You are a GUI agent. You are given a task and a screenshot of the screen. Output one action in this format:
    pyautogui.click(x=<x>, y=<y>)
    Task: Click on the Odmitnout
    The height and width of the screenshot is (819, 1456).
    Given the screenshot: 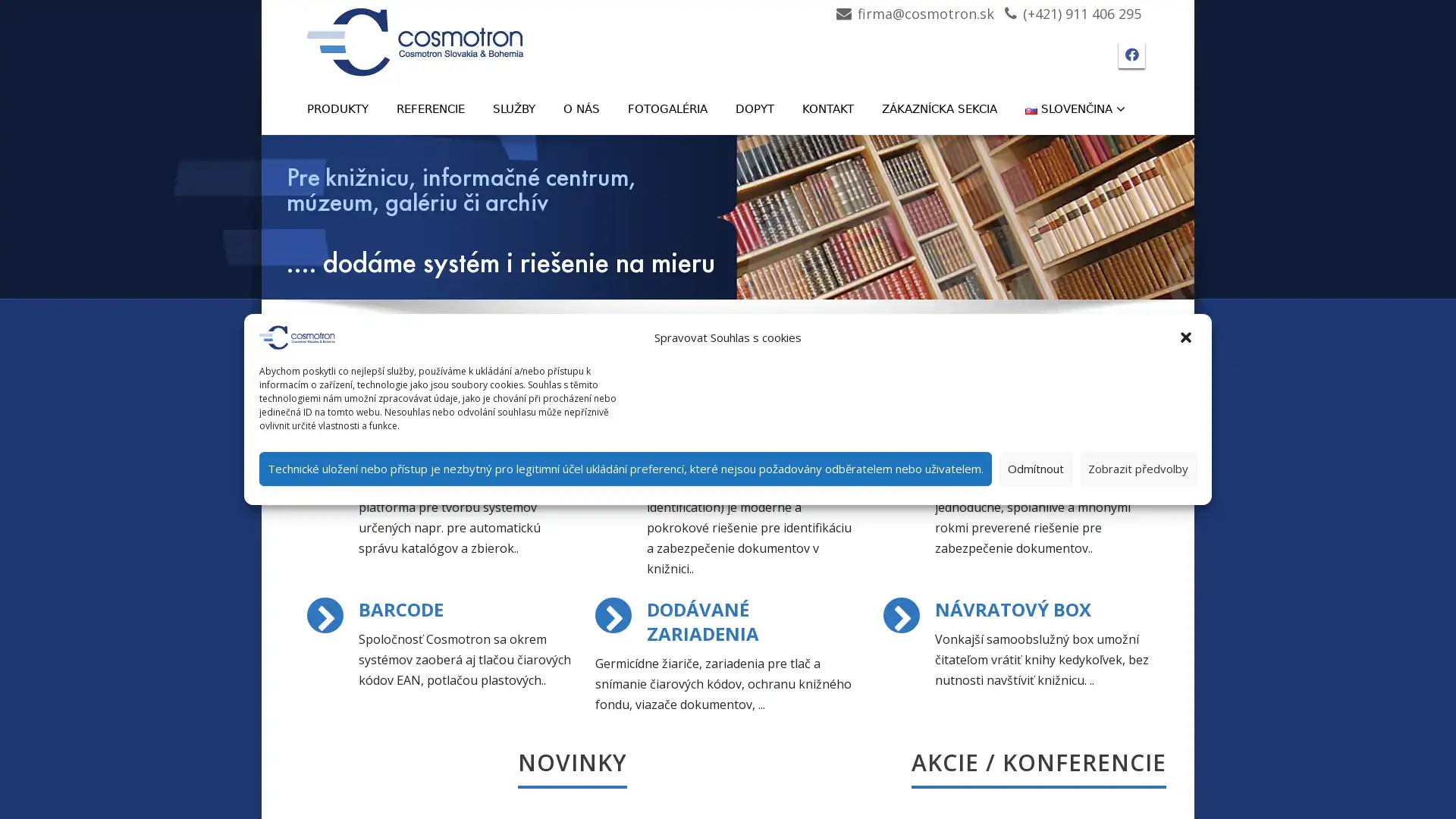 What is the action you would take?
    pyautogui.click(x=1035, y=467)
    